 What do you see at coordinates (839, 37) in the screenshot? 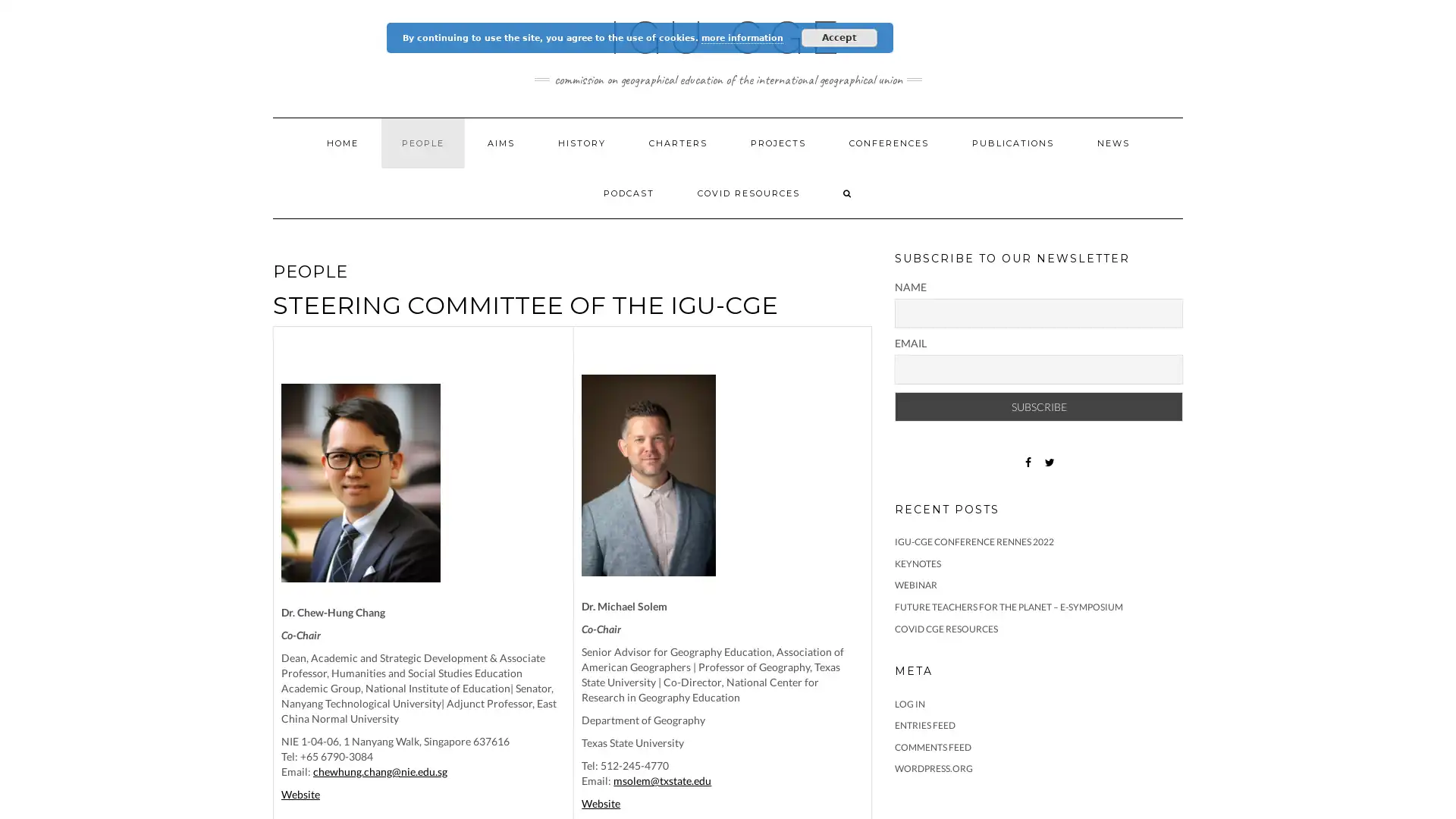
I see `Accept` at bounding box center [839, 37].